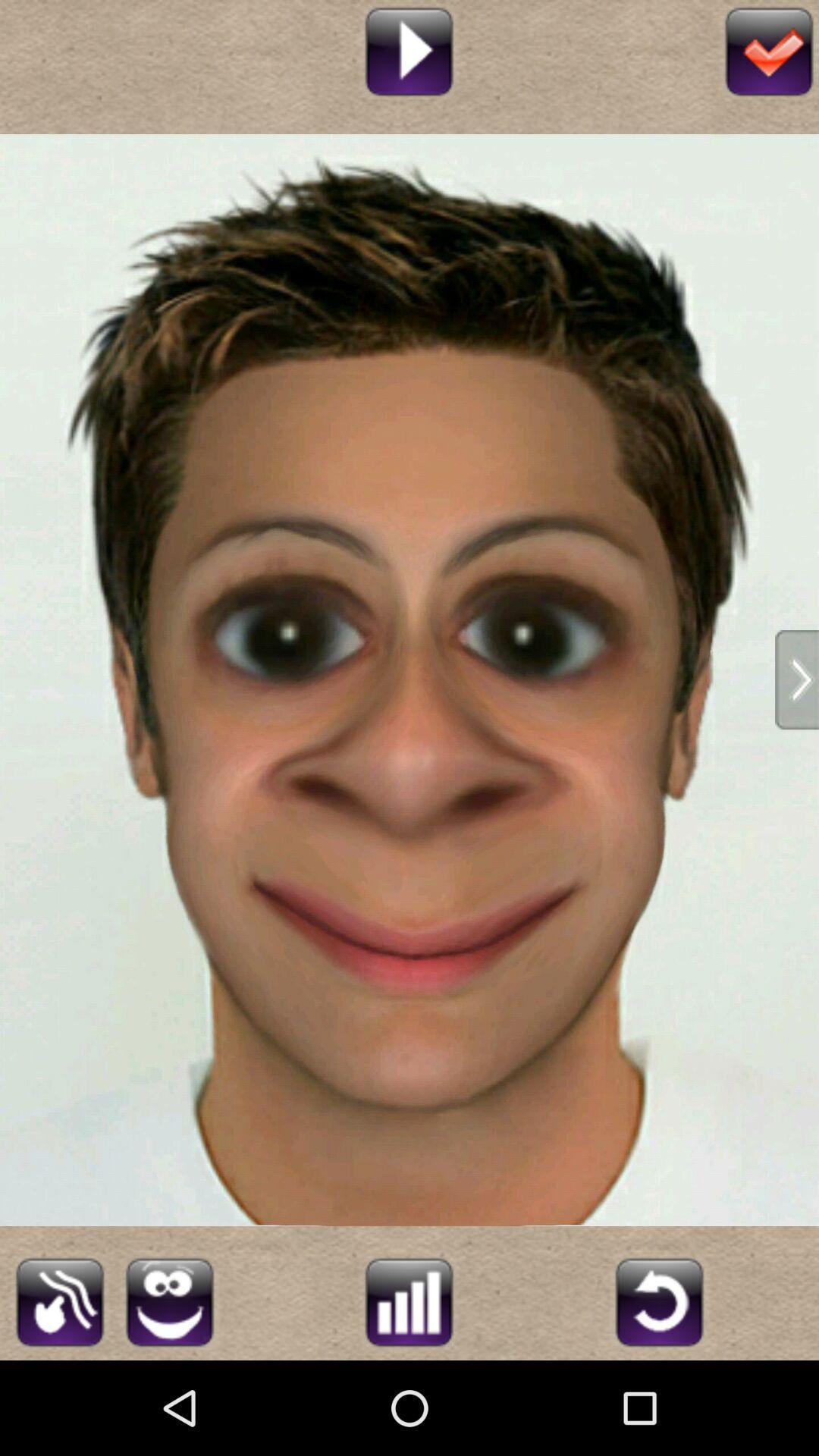  Describe the element at coordinates (769, 49) in the screenshot. I see `confirm and save your edits and filters on this photo` at that location.